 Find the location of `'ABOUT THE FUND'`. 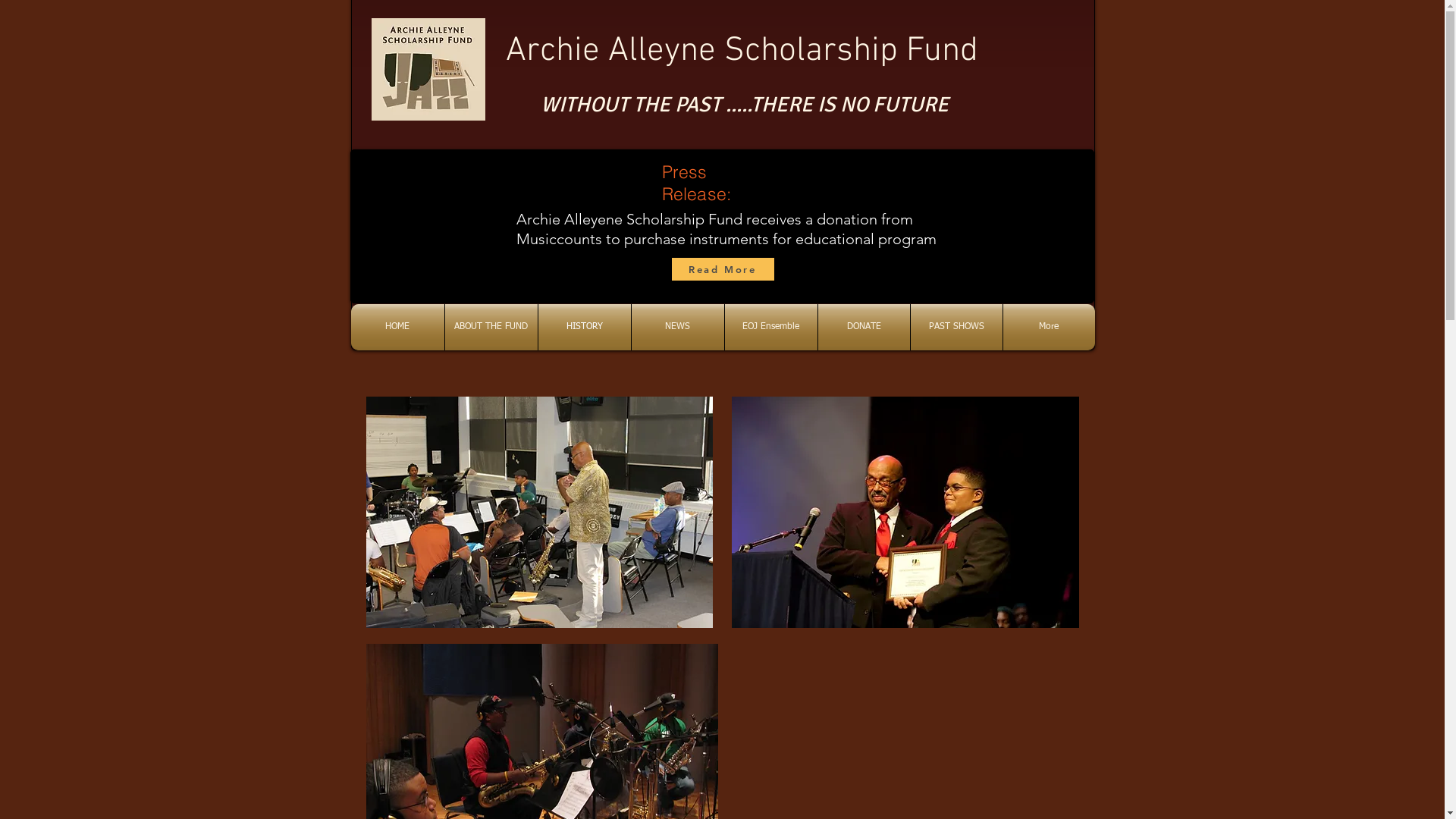

'ABOUT THE FUND' is located at coordinates (443, 326).